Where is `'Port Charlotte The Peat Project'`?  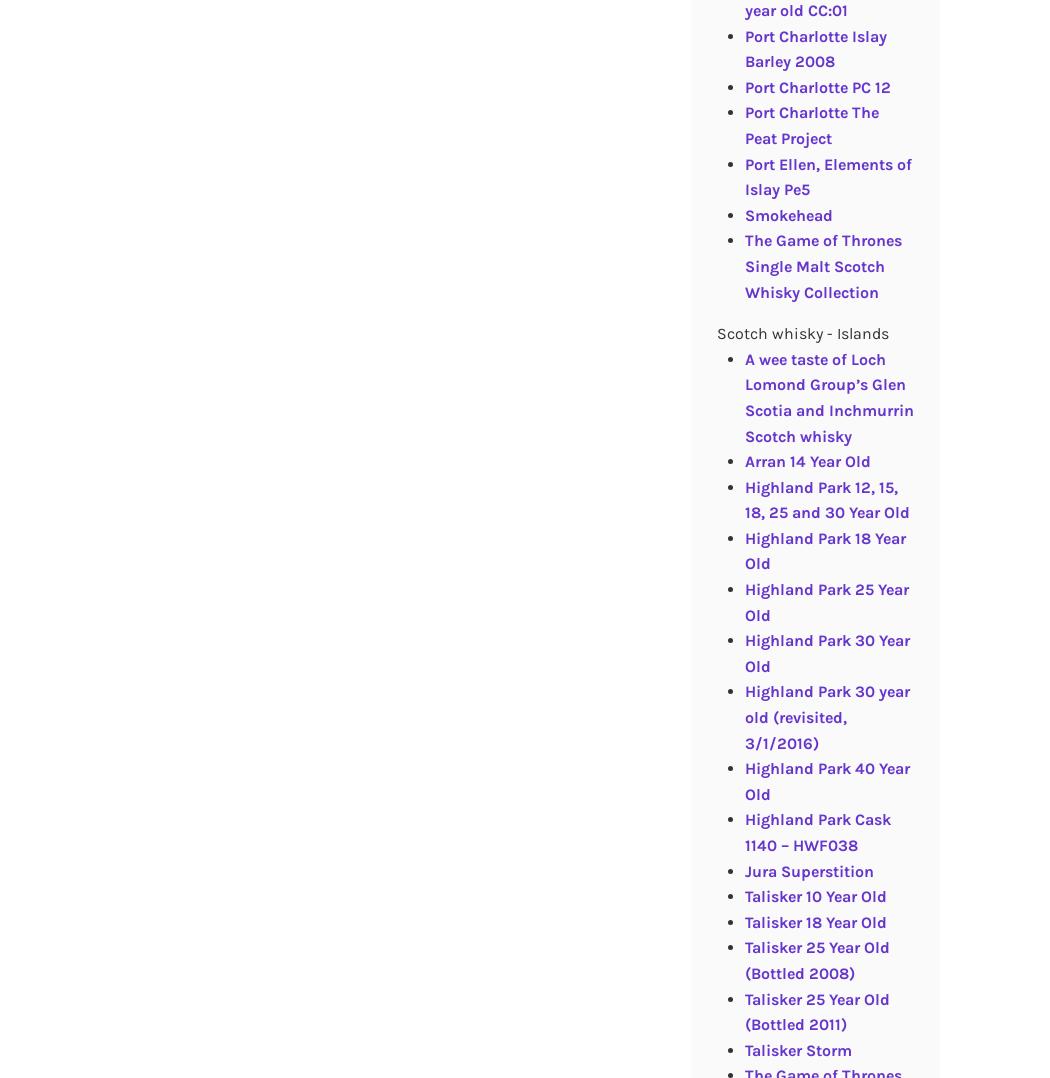
'Port Charlotte The Peat Project' is located at coordinates (810, 125).